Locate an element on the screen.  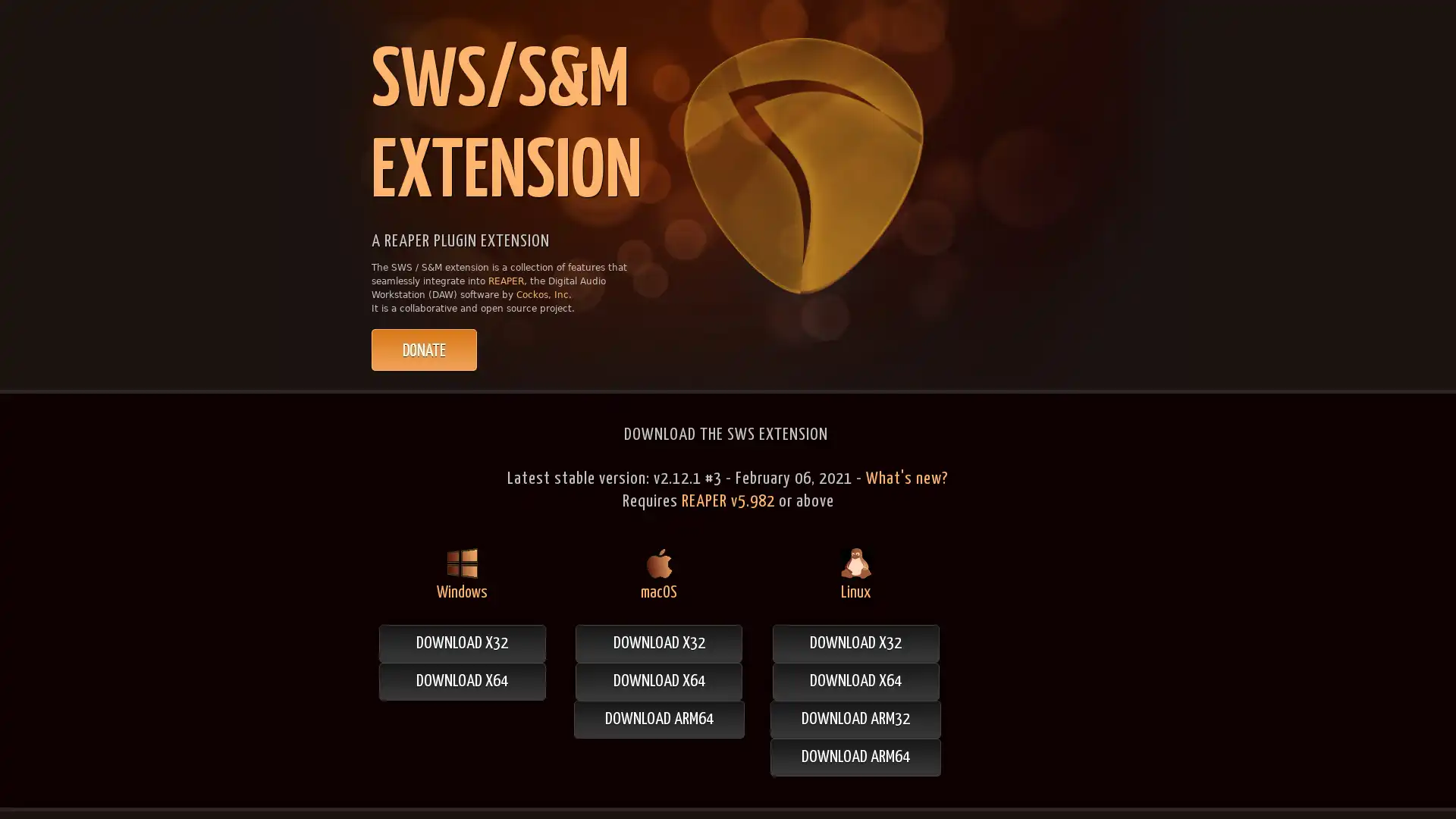
DOWNLOAD ARM32 is located at coordinates (969, 718).